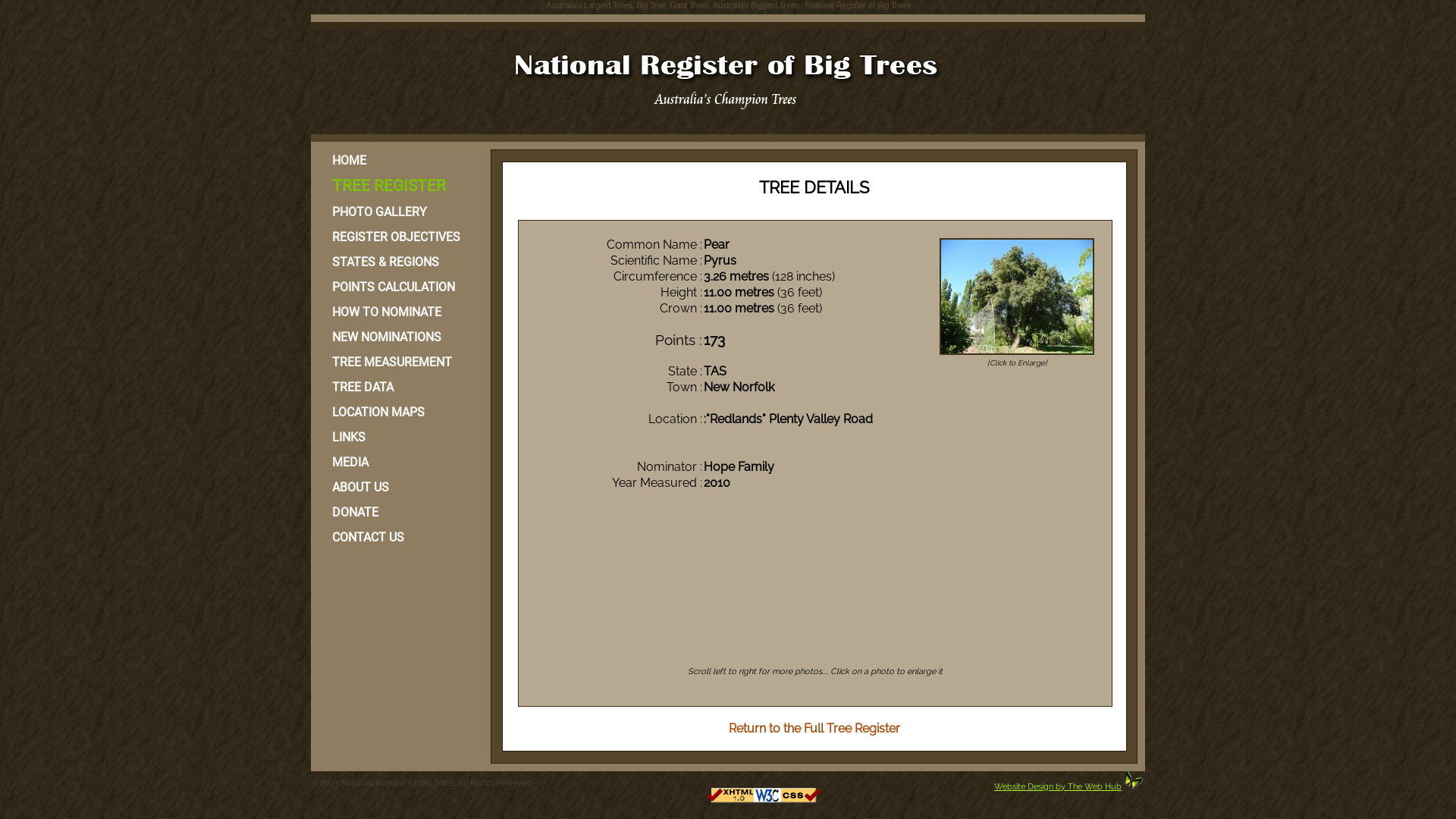  I want to click on 'CONTACT US', so click(318, 536).